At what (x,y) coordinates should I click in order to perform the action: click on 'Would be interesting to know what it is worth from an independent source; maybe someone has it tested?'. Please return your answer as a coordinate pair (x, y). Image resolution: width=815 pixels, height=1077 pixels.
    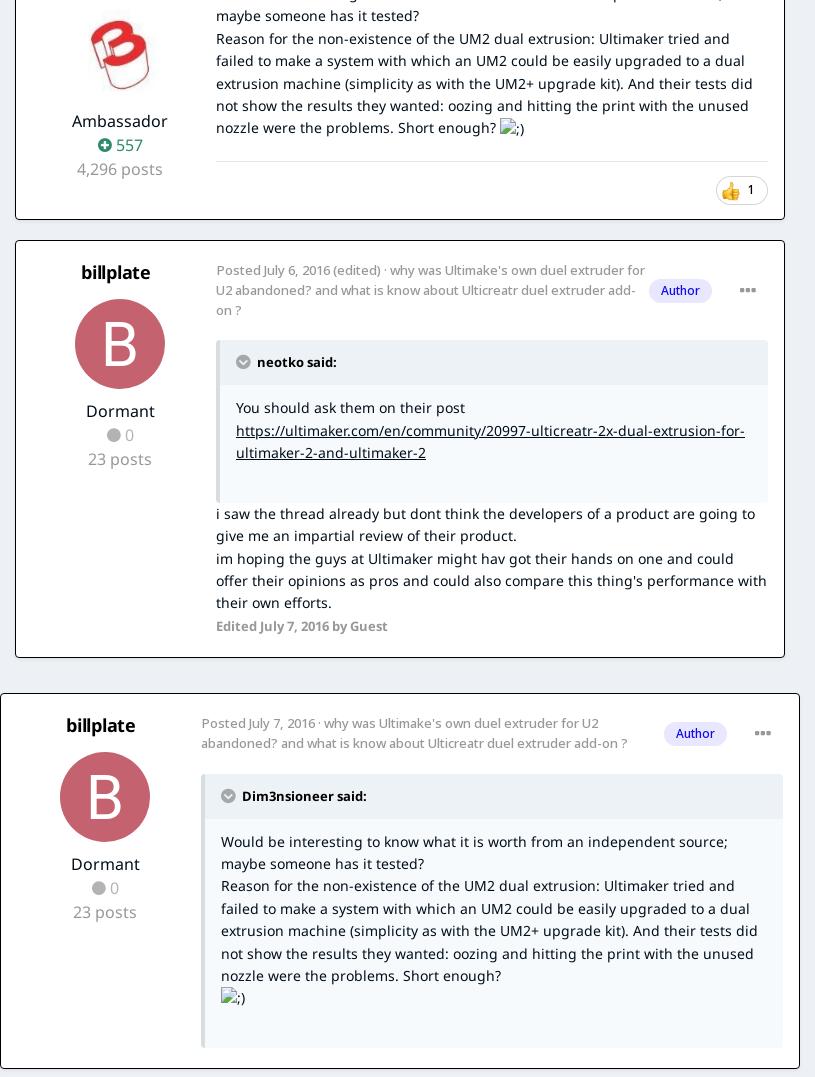
    Looking at the image, I should click on (474, 851).